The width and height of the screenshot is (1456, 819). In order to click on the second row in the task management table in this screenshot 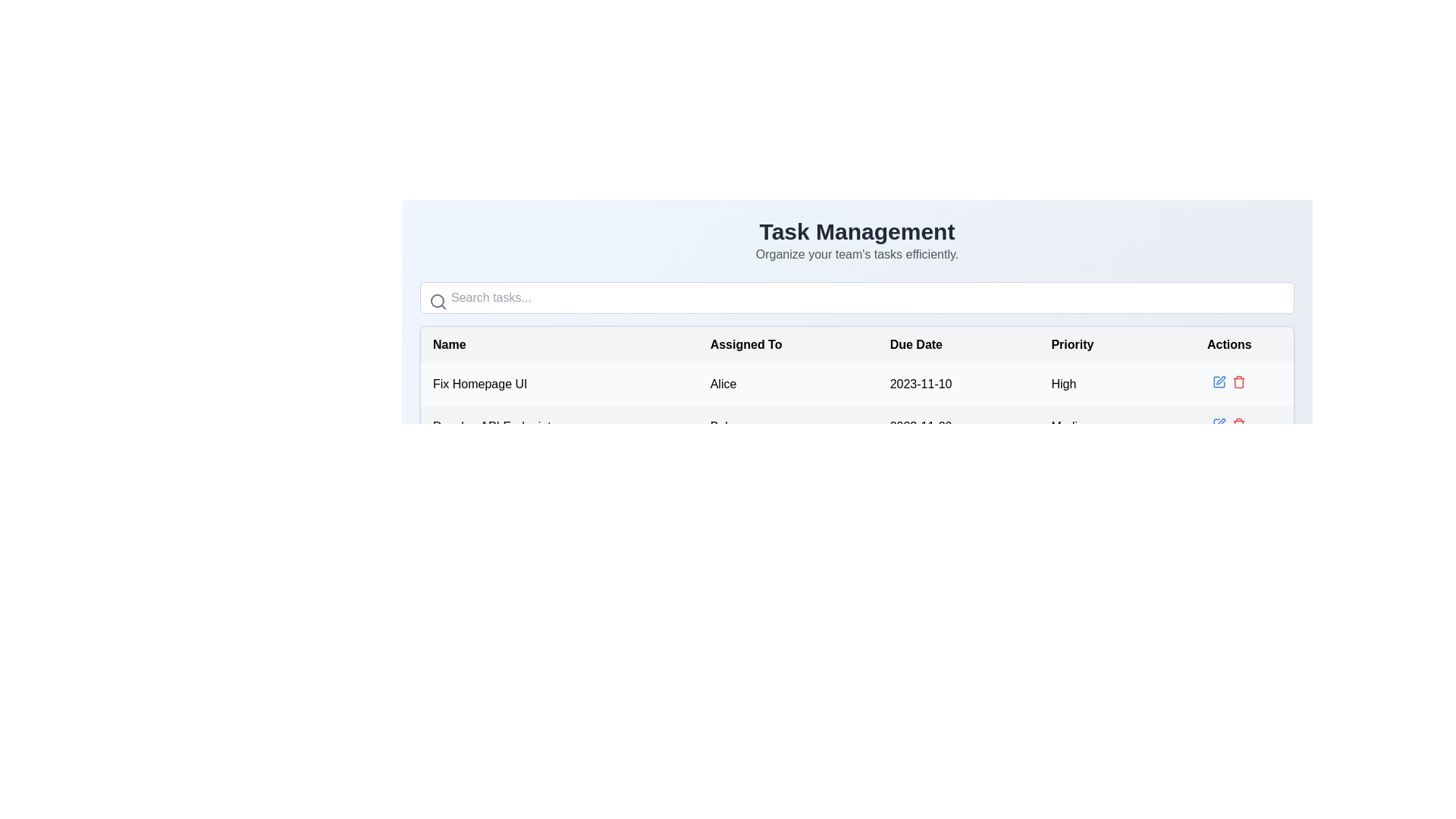, I will do `click(857, 427)`.